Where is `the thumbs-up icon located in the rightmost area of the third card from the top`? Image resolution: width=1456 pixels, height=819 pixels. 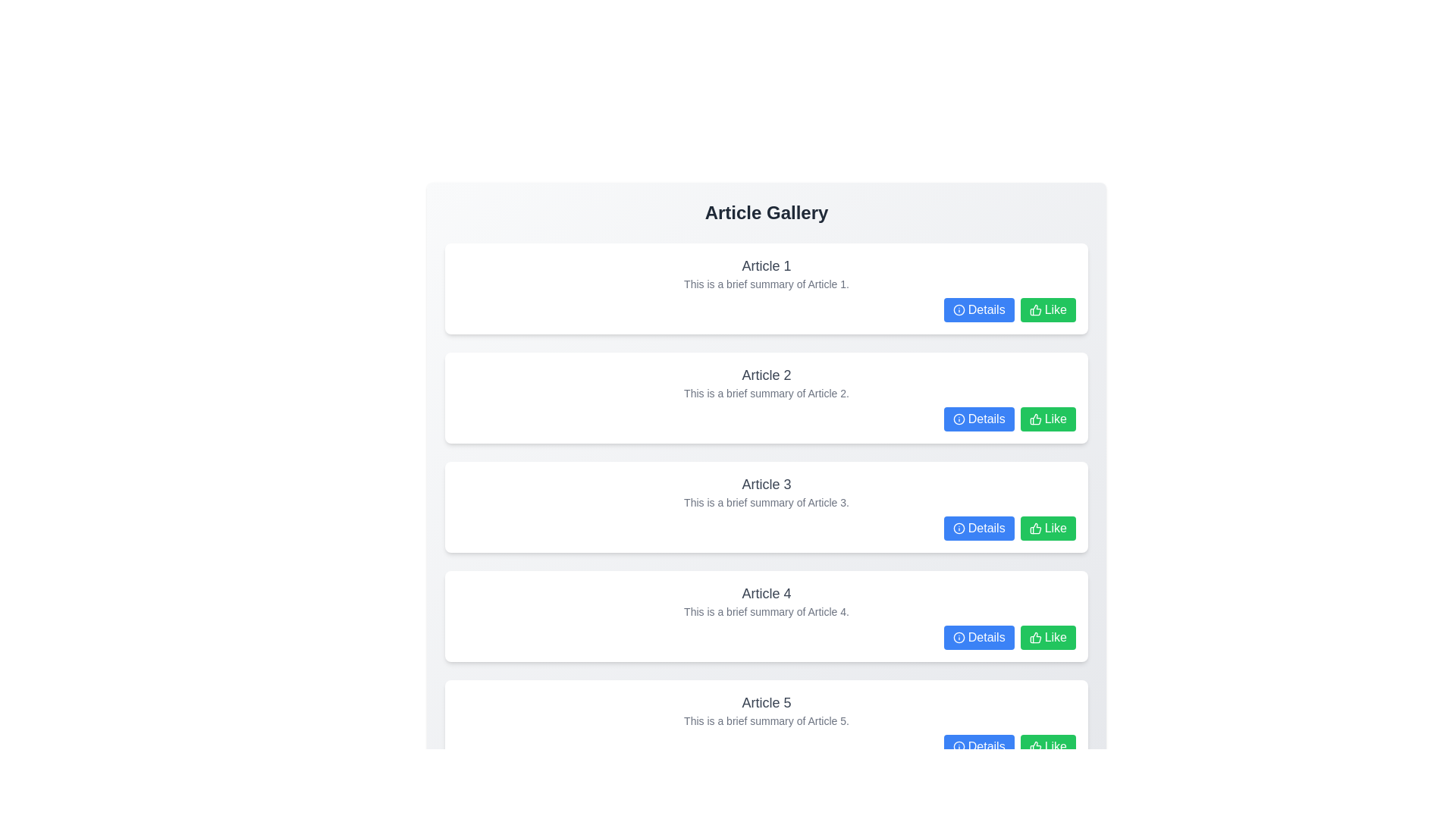
the thumbs-up icon located in the rightmost area of the third card from the top is located at coordinates (1034, 528).